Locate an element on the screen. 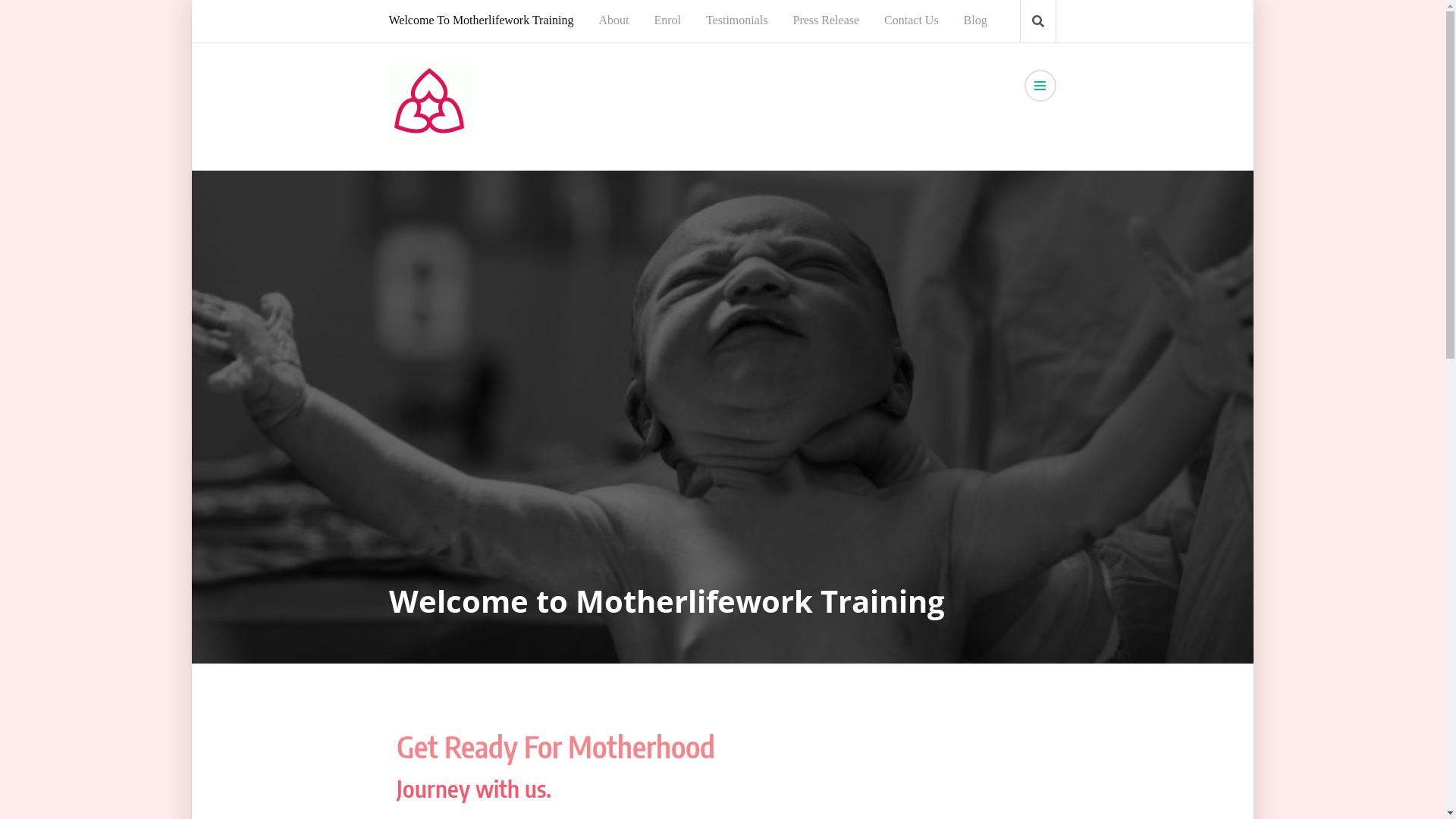 The height and width of the screenshot is (819, 1456). 'Press Release' is located at coordinates (825, 20).